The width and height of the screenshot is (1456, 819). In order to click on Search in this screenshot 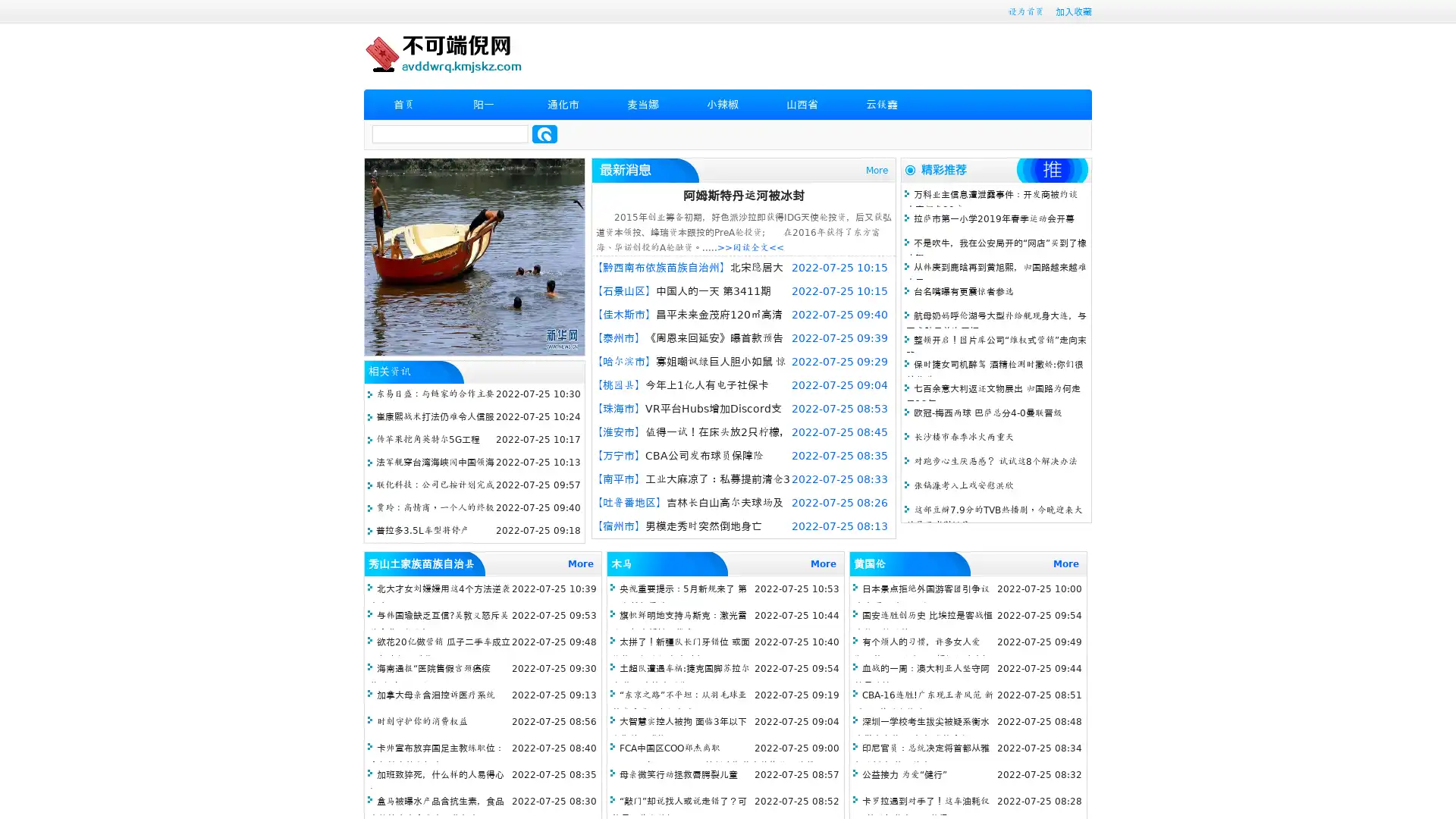, I will do `click(544, 133)`.